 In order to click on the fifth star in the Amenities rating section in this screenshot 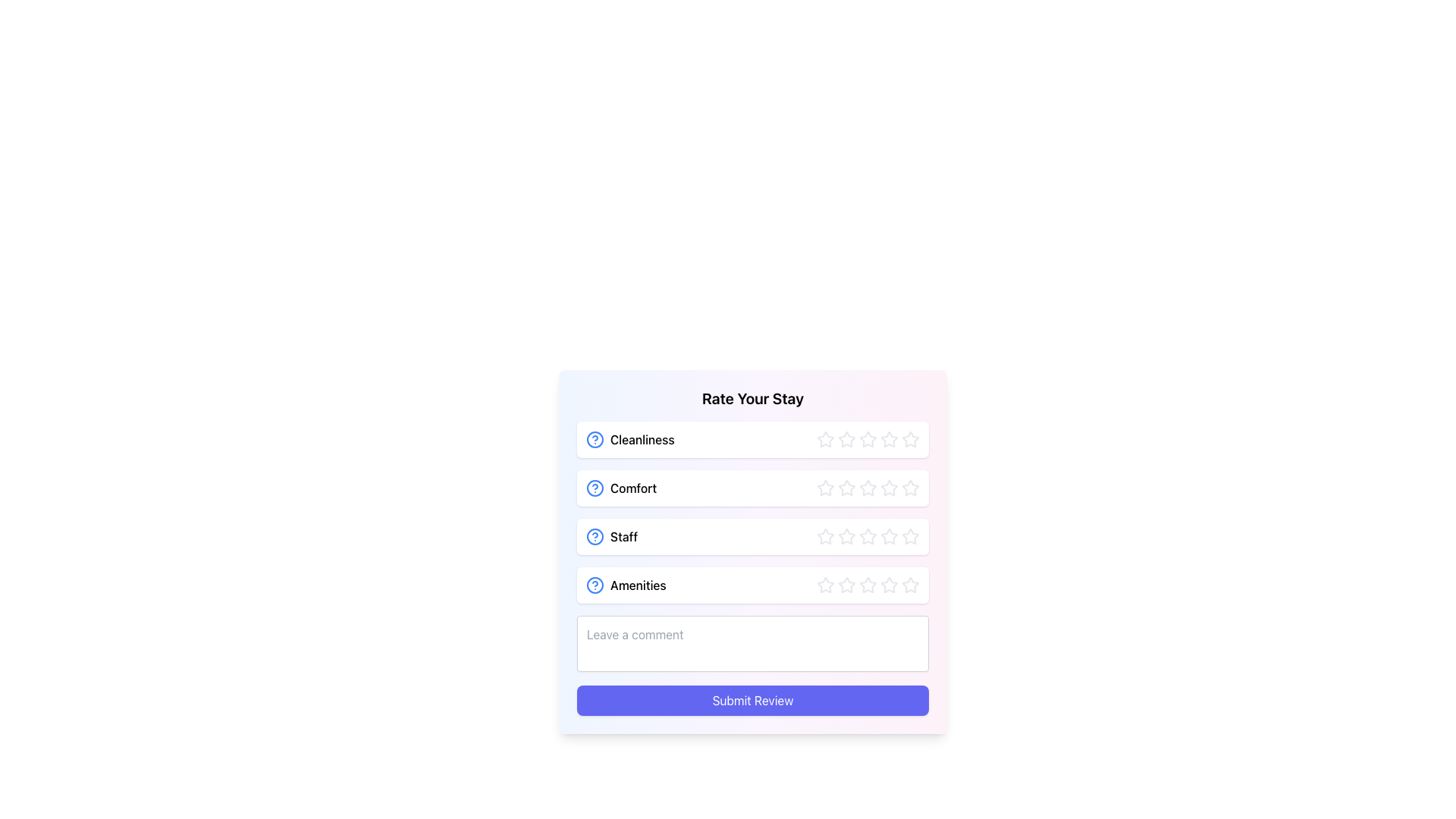, I will do `click(910, 584)`.